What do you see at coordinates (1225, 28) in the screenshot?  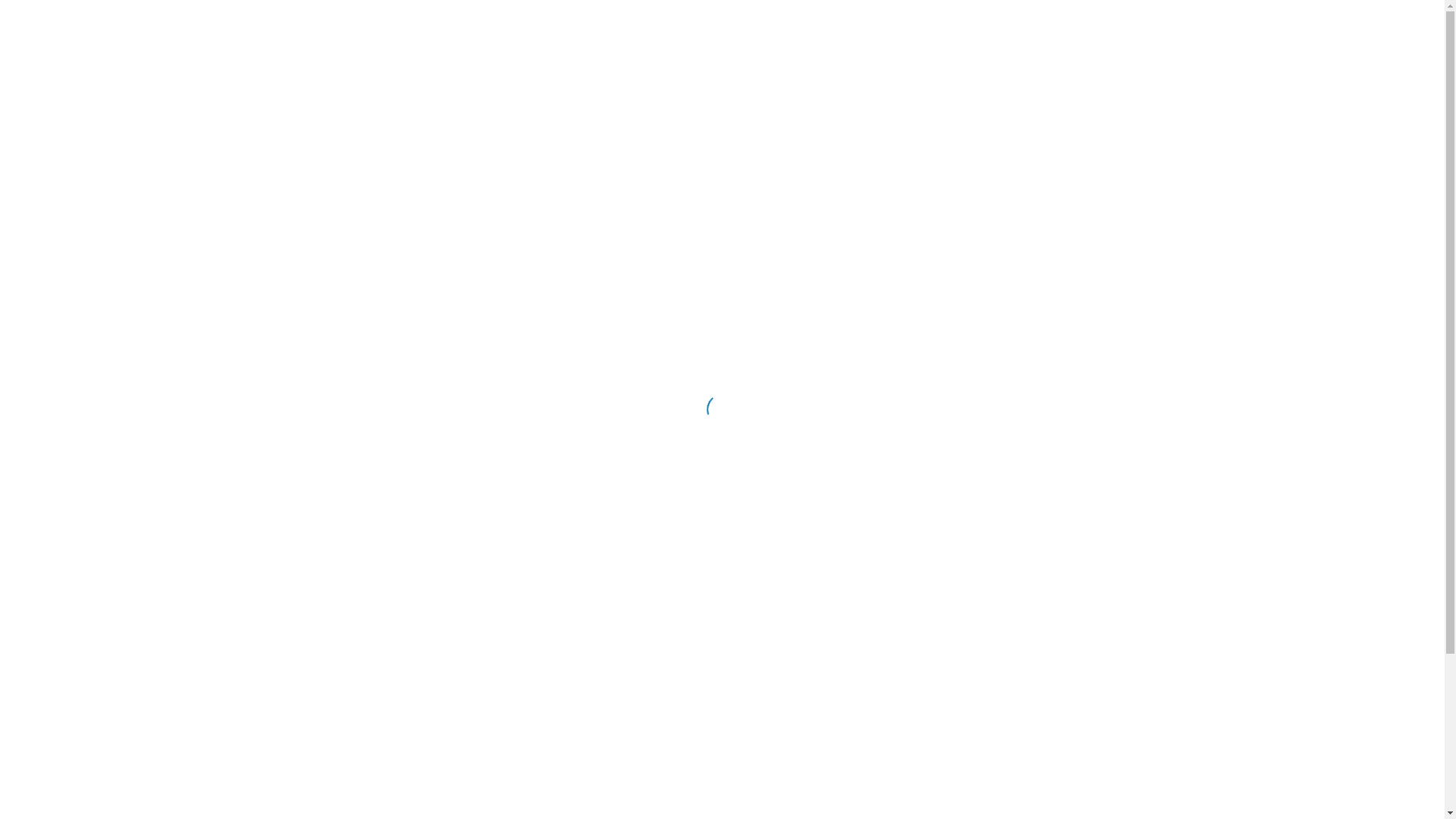 I see `'116'` at bounding box center [1225, 28].